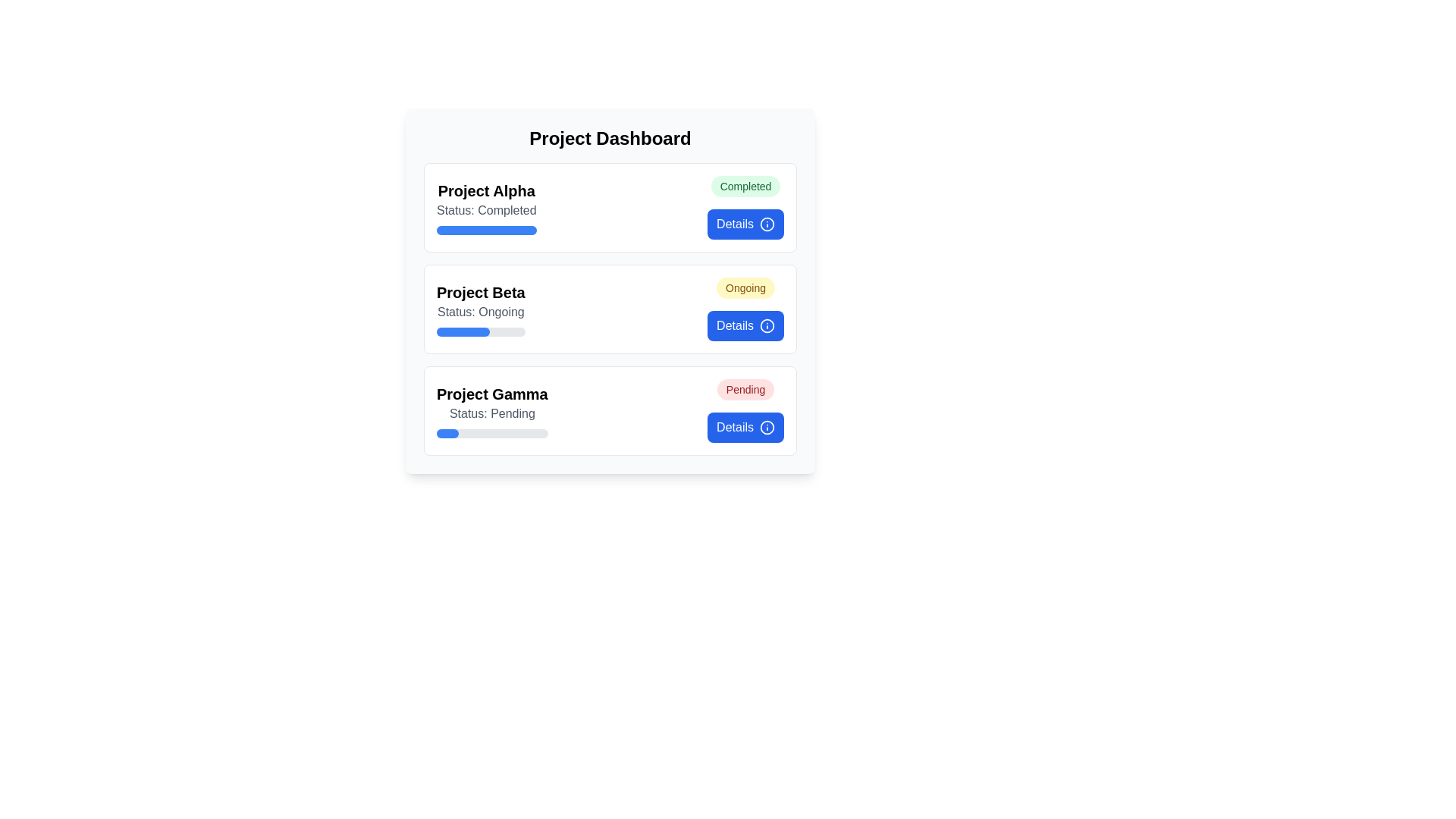 The width and height of the screenshot is (1456, 819). Describe the element at coordinates (492, 411) in the screenshot. I see `the 'Project Gamma' text label indicating its status as 'Pending' within the Project Dashboard interface` at that location.